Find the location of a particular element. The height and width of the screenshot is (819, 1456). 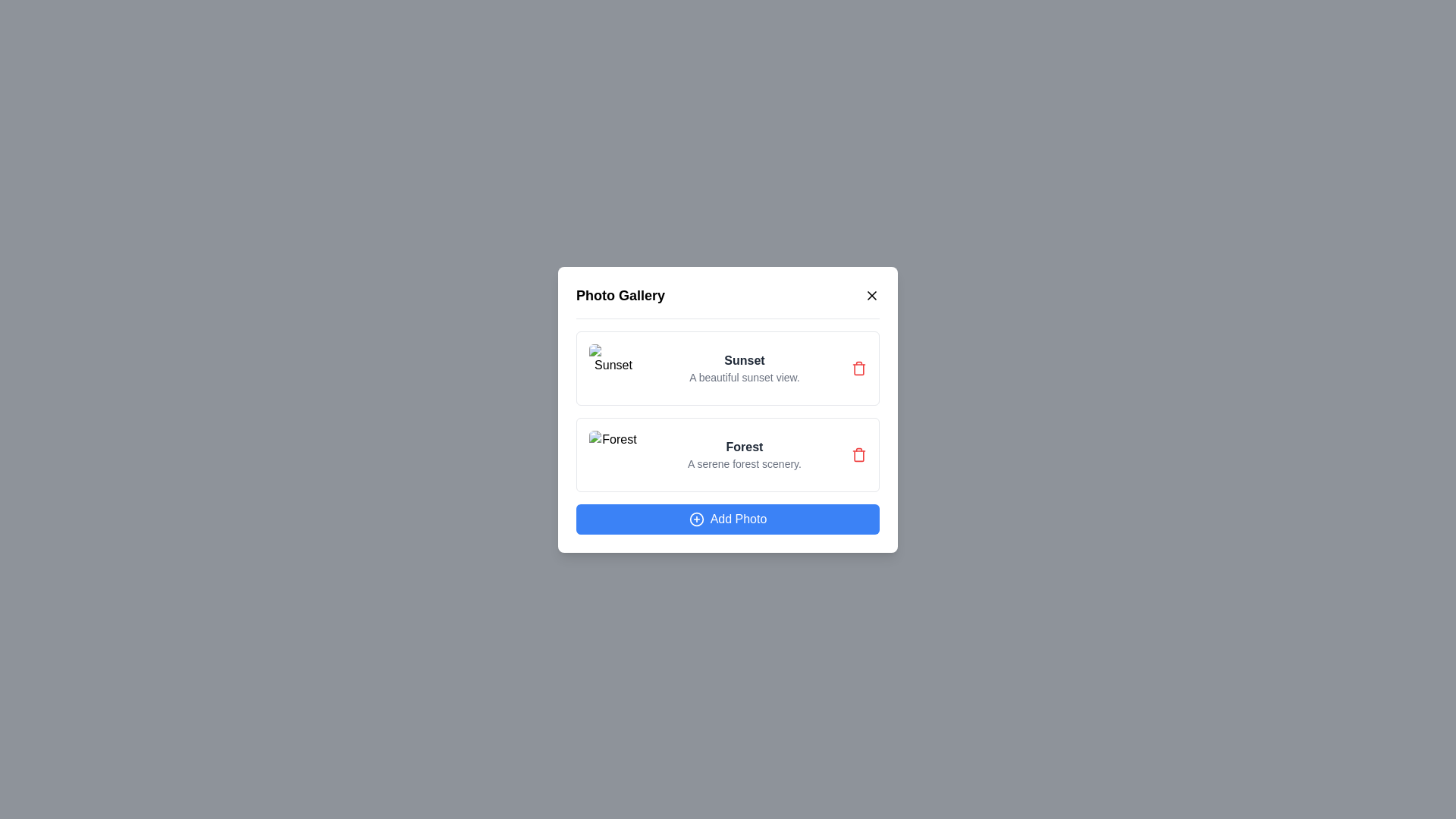

the trash icon button is located at coordinates (858, 369).